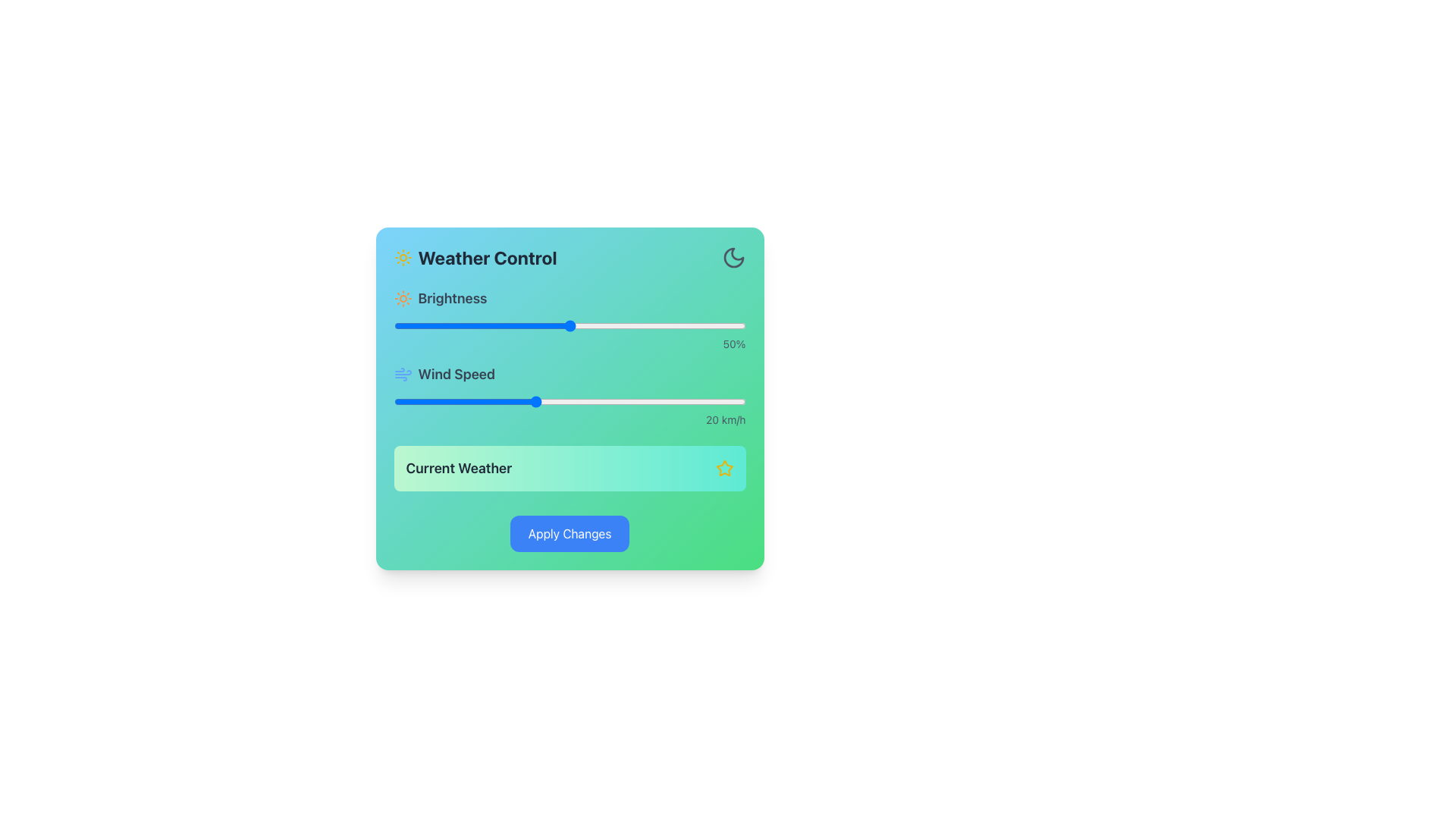  Describe the element at coordinates (569, 344) in the screenshot. I see `the text label displaying '50%' in a small, gray font, located to the far right of the brightness slider within the 'Weather Control' section` at that location.